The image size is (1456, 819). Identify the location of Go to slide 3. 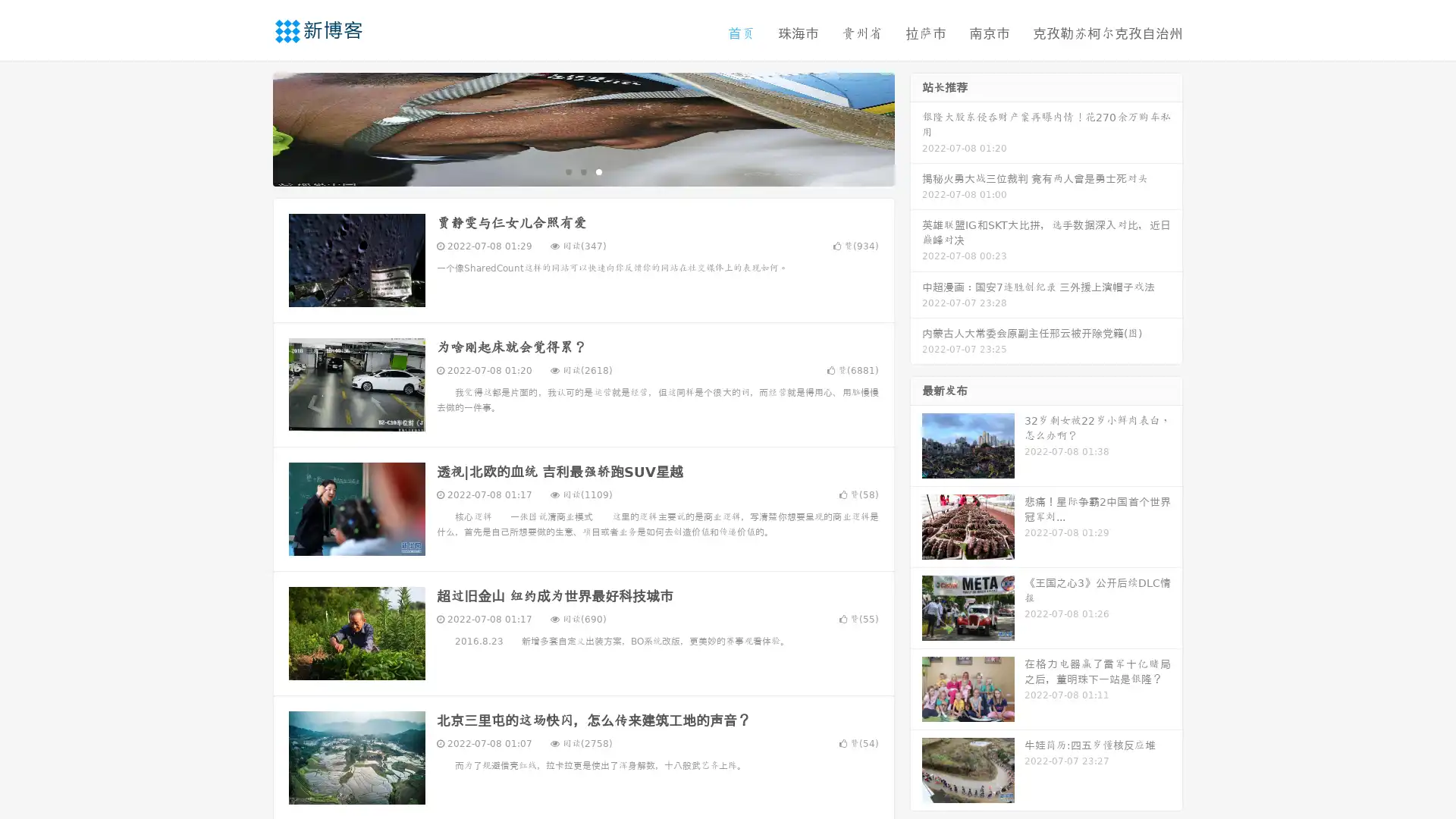
(598, 171).